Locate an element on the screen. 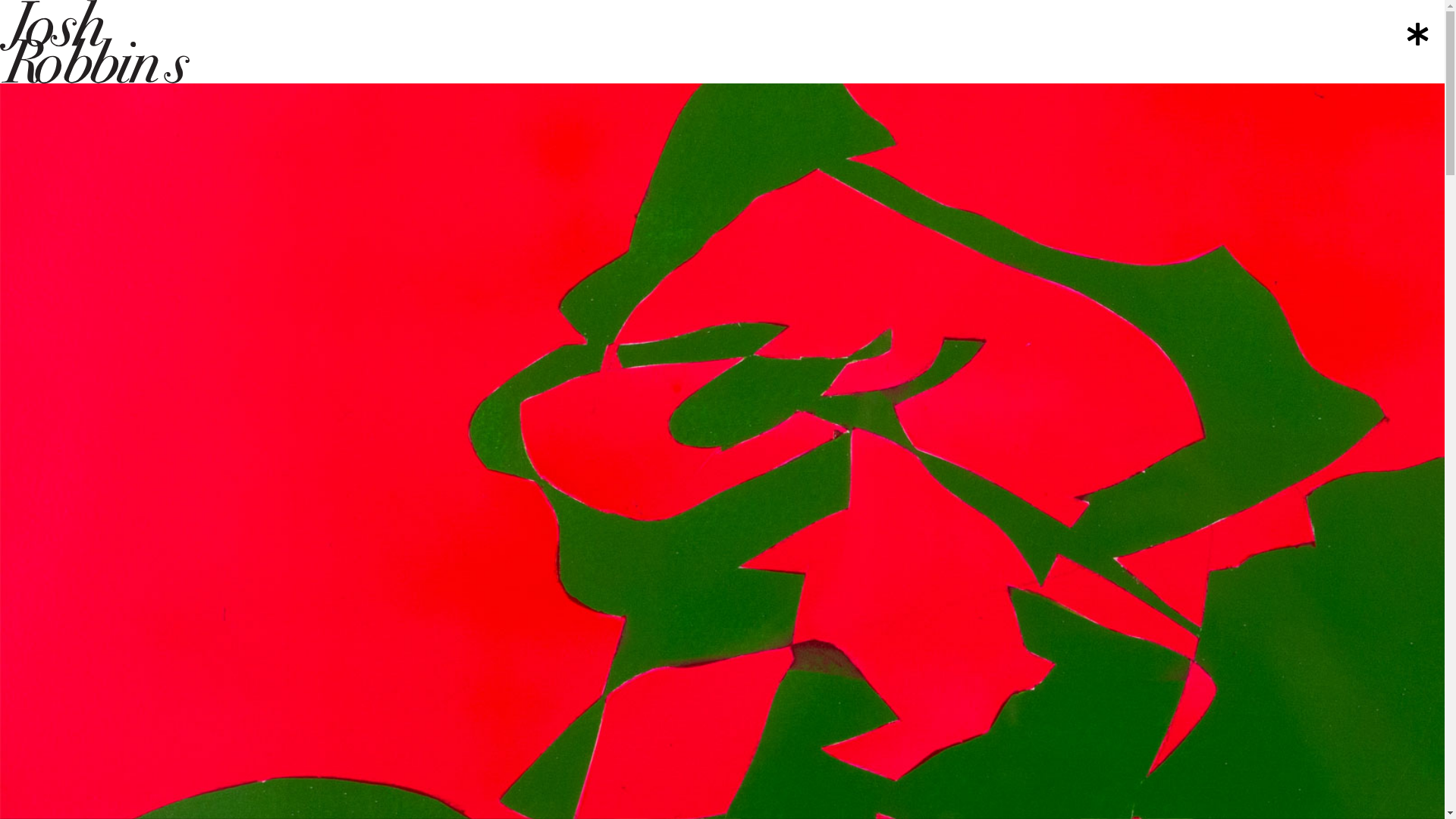 The image size is (1456, 819). 'josh-robbins' is located at coordinates (93, 40).